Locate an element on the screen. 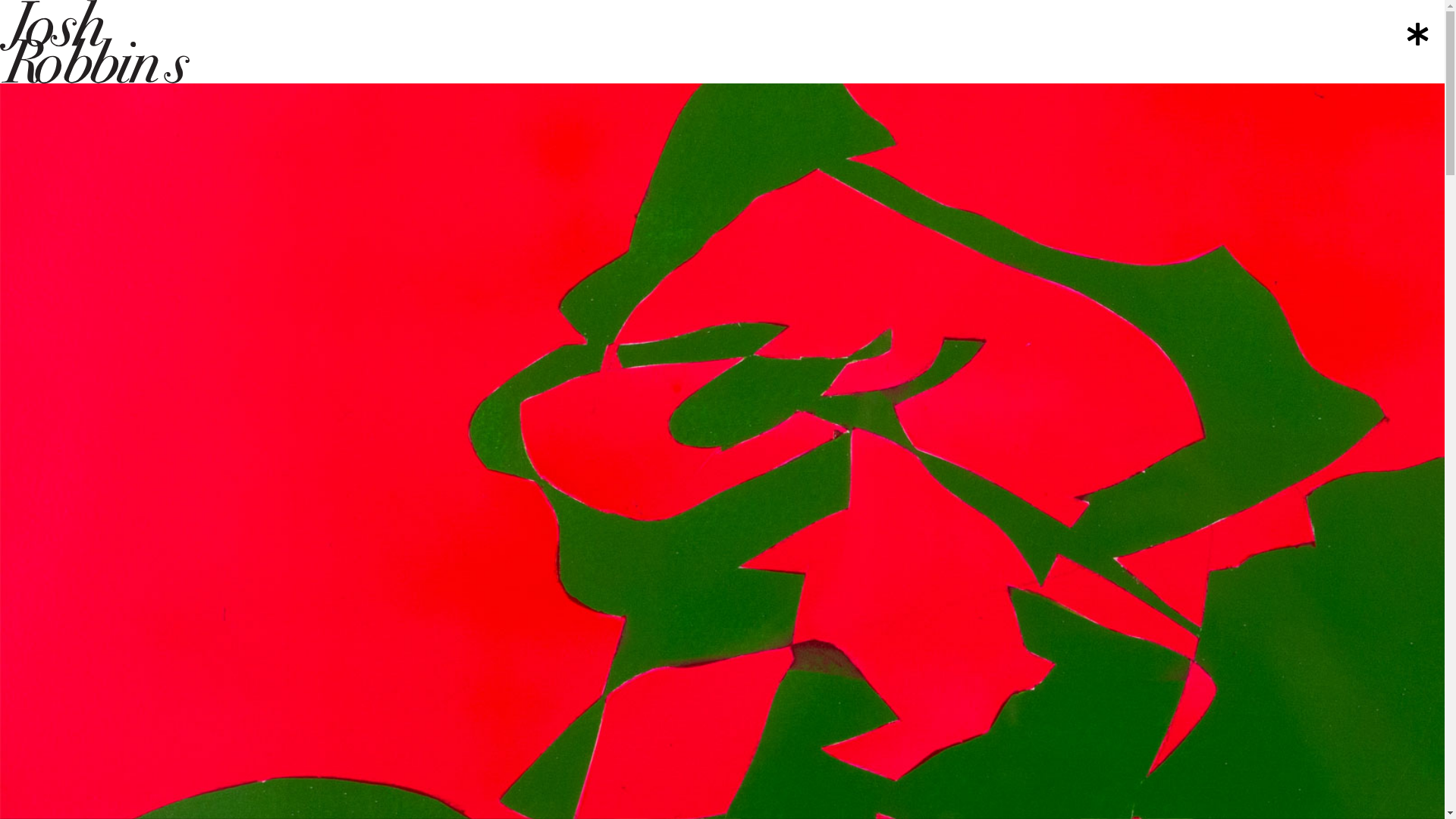 The image size is (1456, 819). 'josh-robbins' is located at coordinates (93, 40).